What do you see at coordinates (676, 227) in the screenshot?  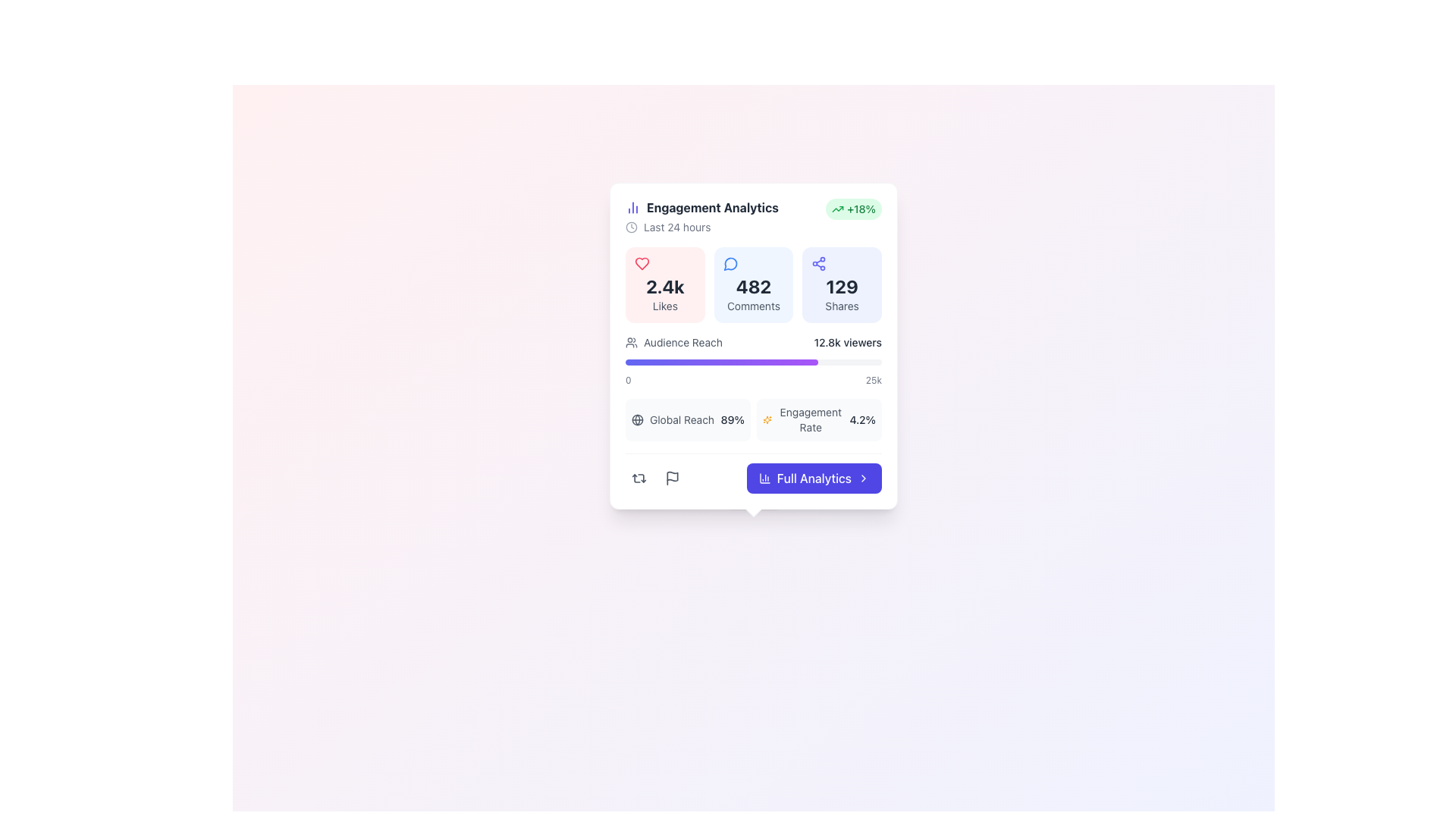 I see `the 'Last 24 hours' text label, which is styled in a small gray font and positioned to the right of a clock icon within the 'Engagement Analytics' card` at bounding box center [676, 227].